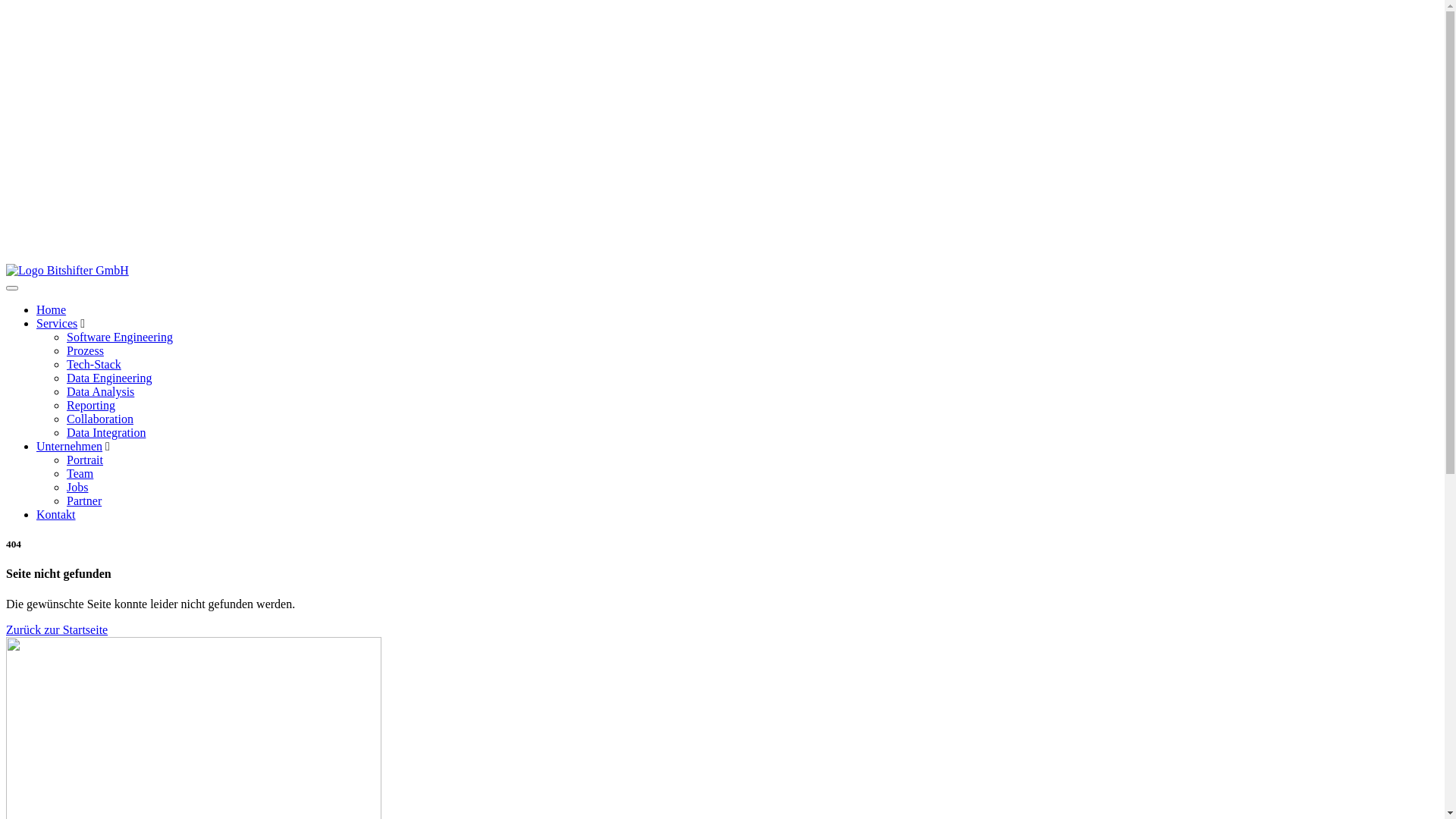 The image size is (1456, 819). Describe the element at coordinates (105, 432) in the screenshot. I see `'Data Integration'` at that location.